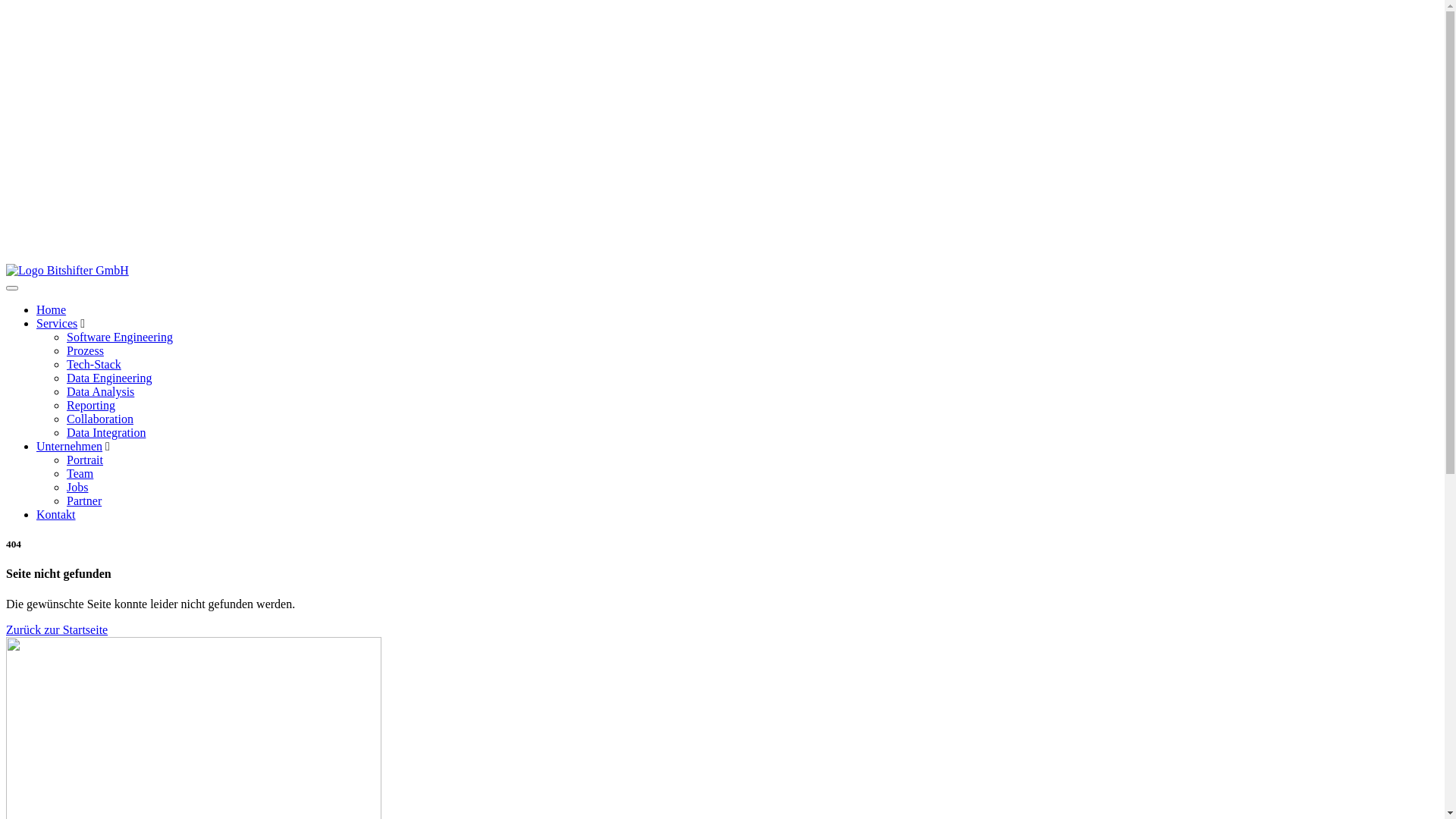 The image size is (1456, 819). Describe the element at coordinates (105, 432) in the screenshot. I see `'Data Integration'` at that location.